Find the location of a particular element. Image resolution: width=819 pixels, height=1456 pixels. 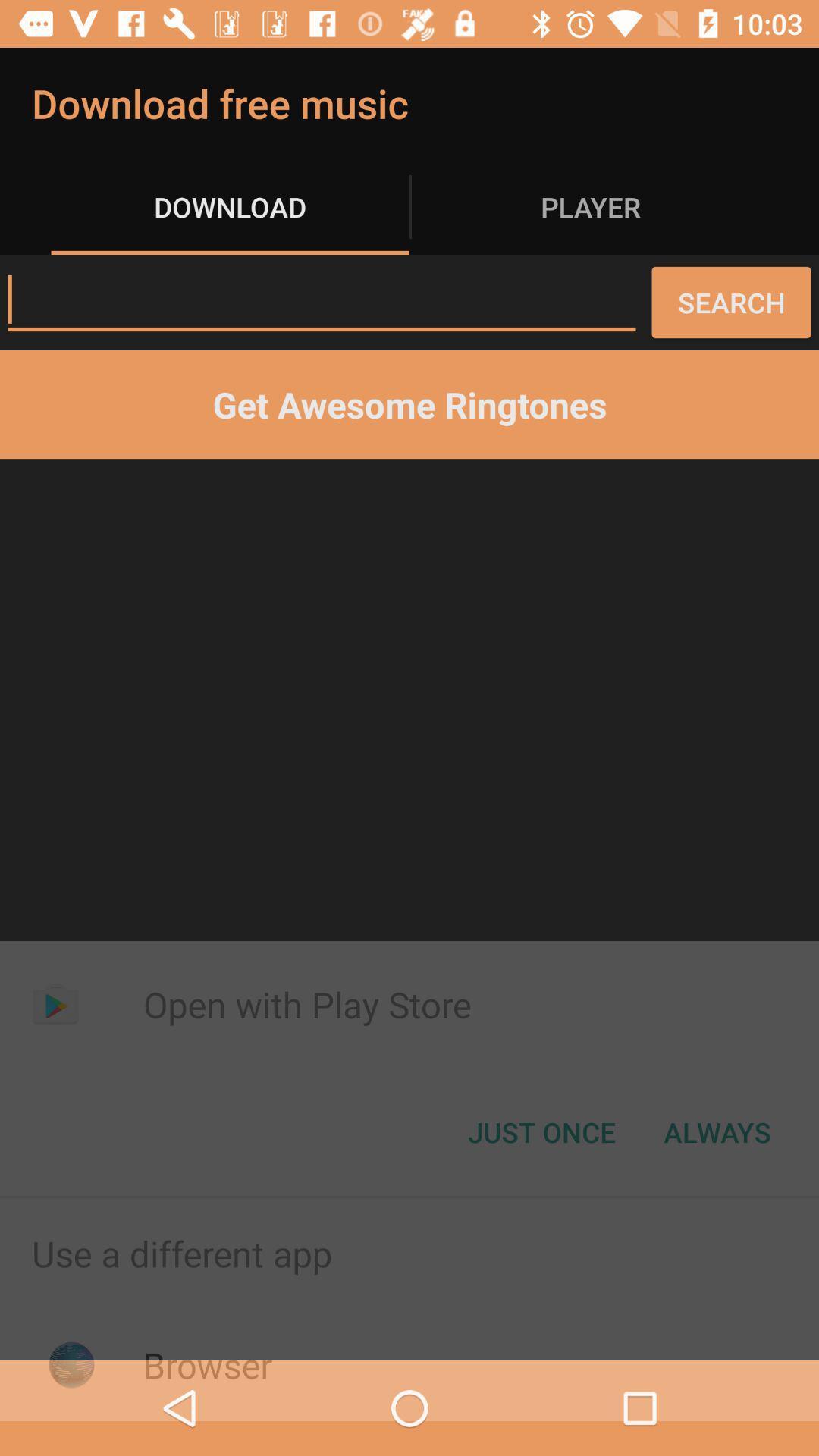

search is located at coordinates (321, 300).